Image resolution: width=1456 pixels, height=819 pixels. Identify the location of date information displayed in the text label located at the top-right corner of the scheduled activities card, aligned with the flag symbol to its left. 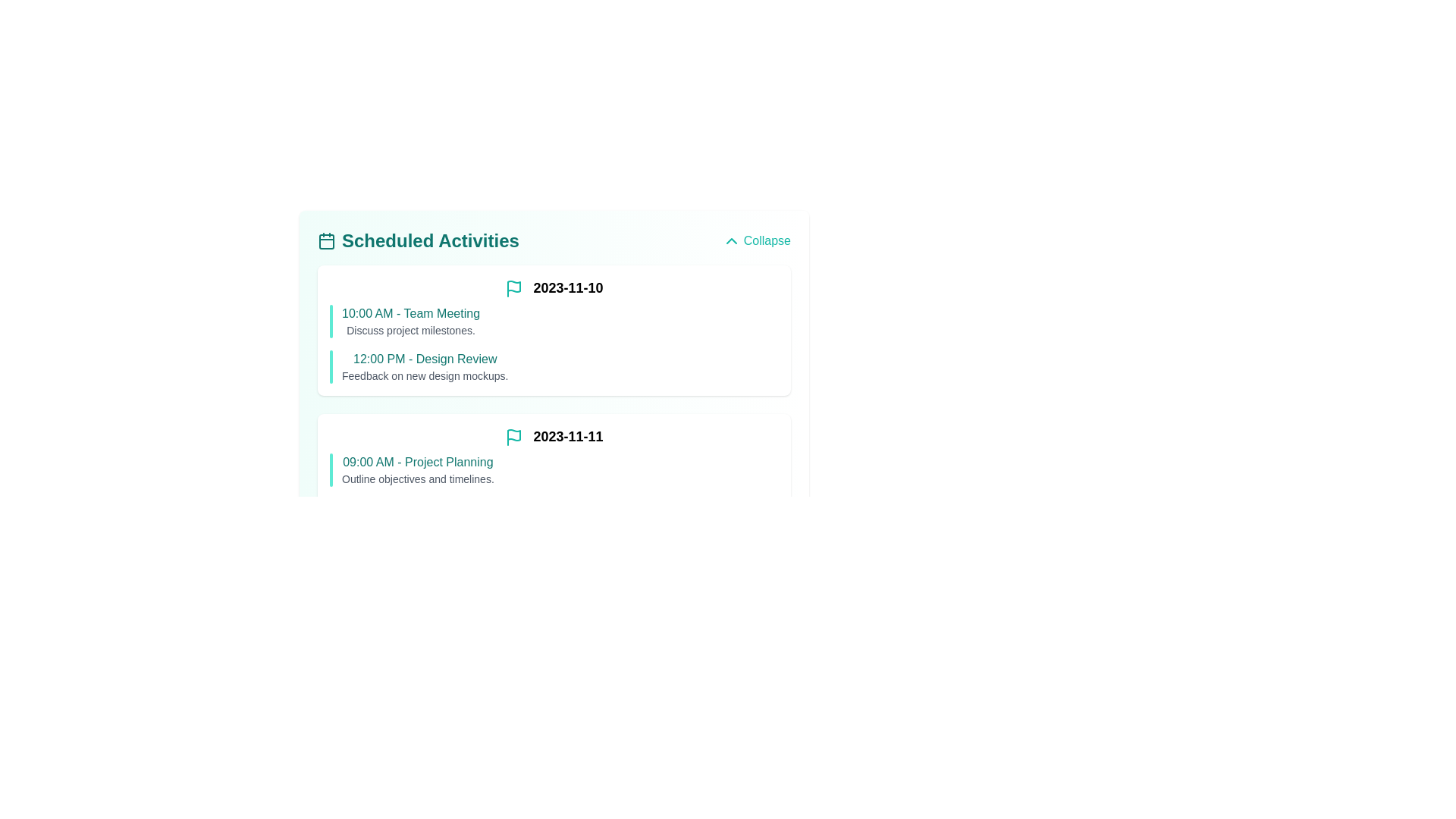
(553, 288).